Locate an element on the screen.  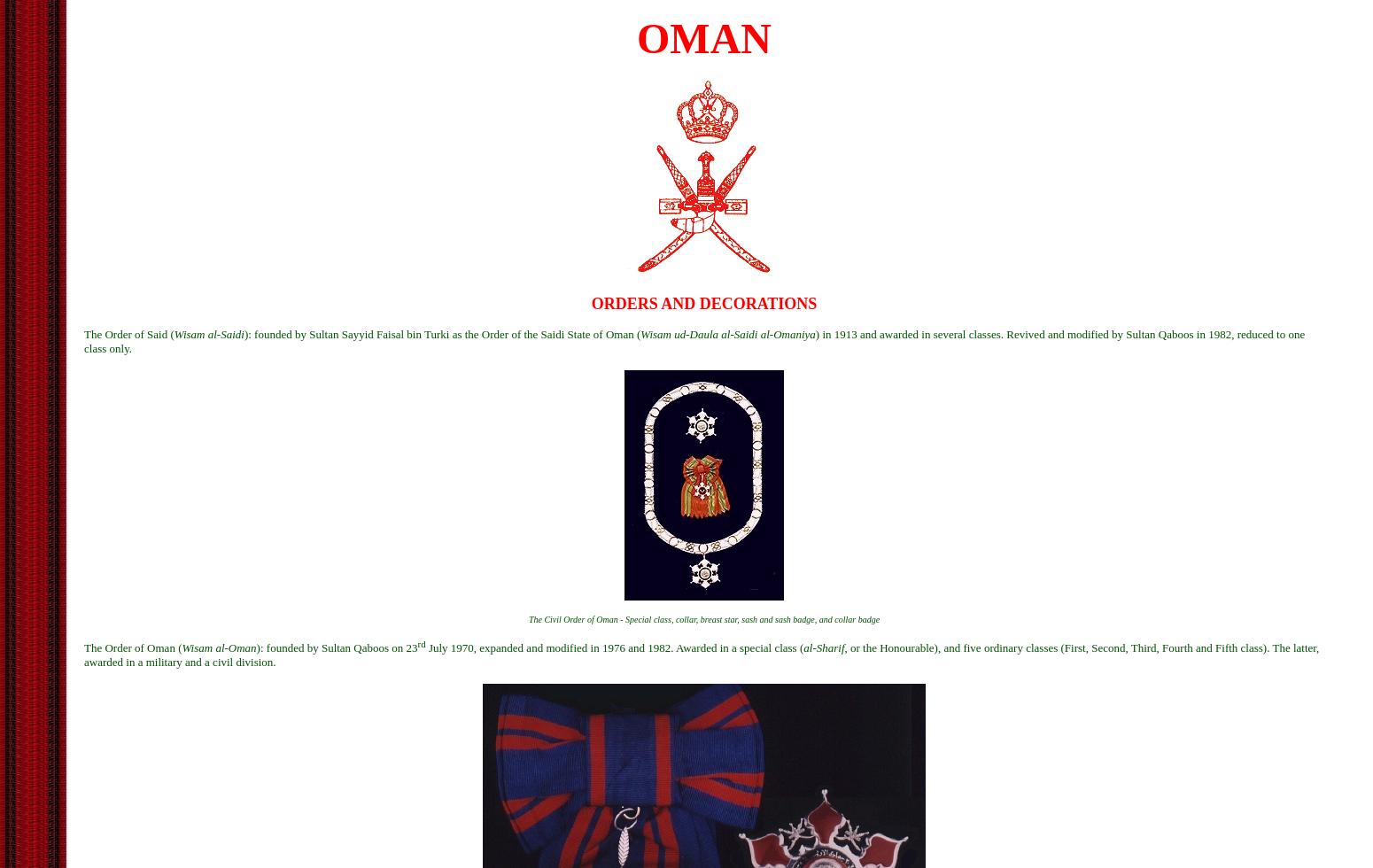
'The Order of Oman (' is located at coordinates (133, 647).